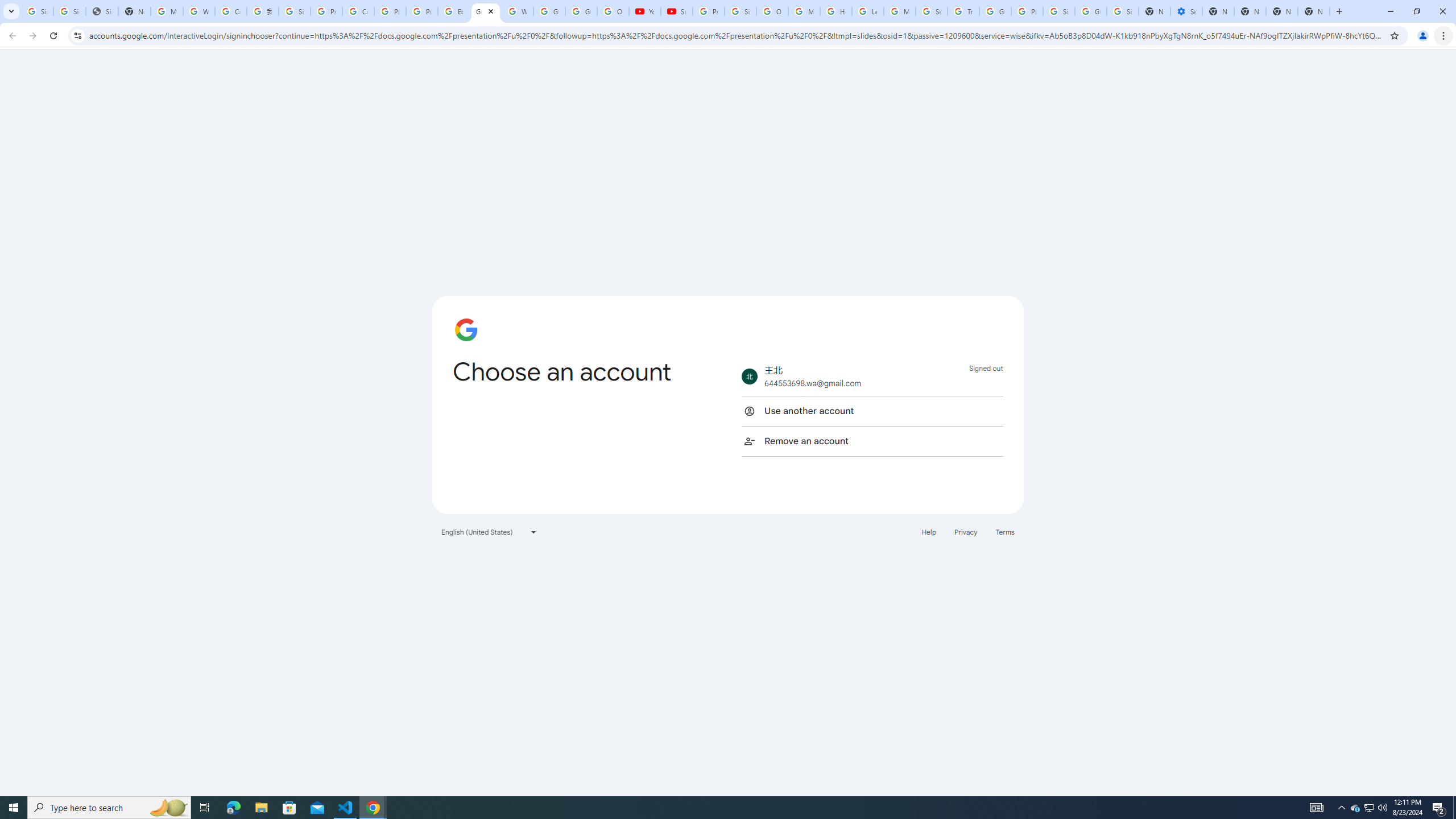  What do you see at coordinates (359, 11) in the screenshot?
I see `'Create your Google Account'` at bounding box center [359, 11].